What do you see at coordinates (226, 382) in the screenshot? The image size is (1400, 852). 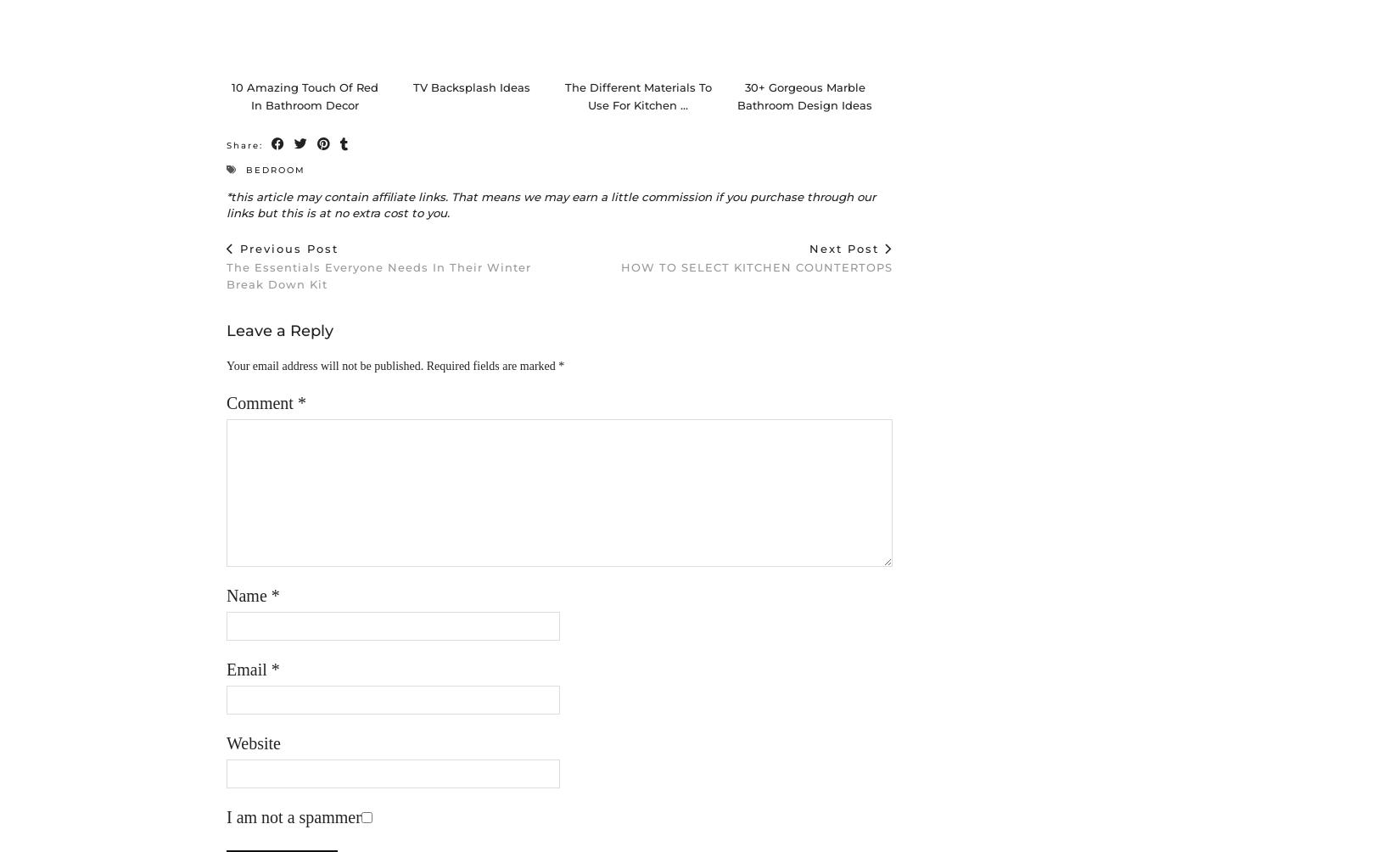 I see `'Your email address will not be published.'` at bounding box center [226, 382].